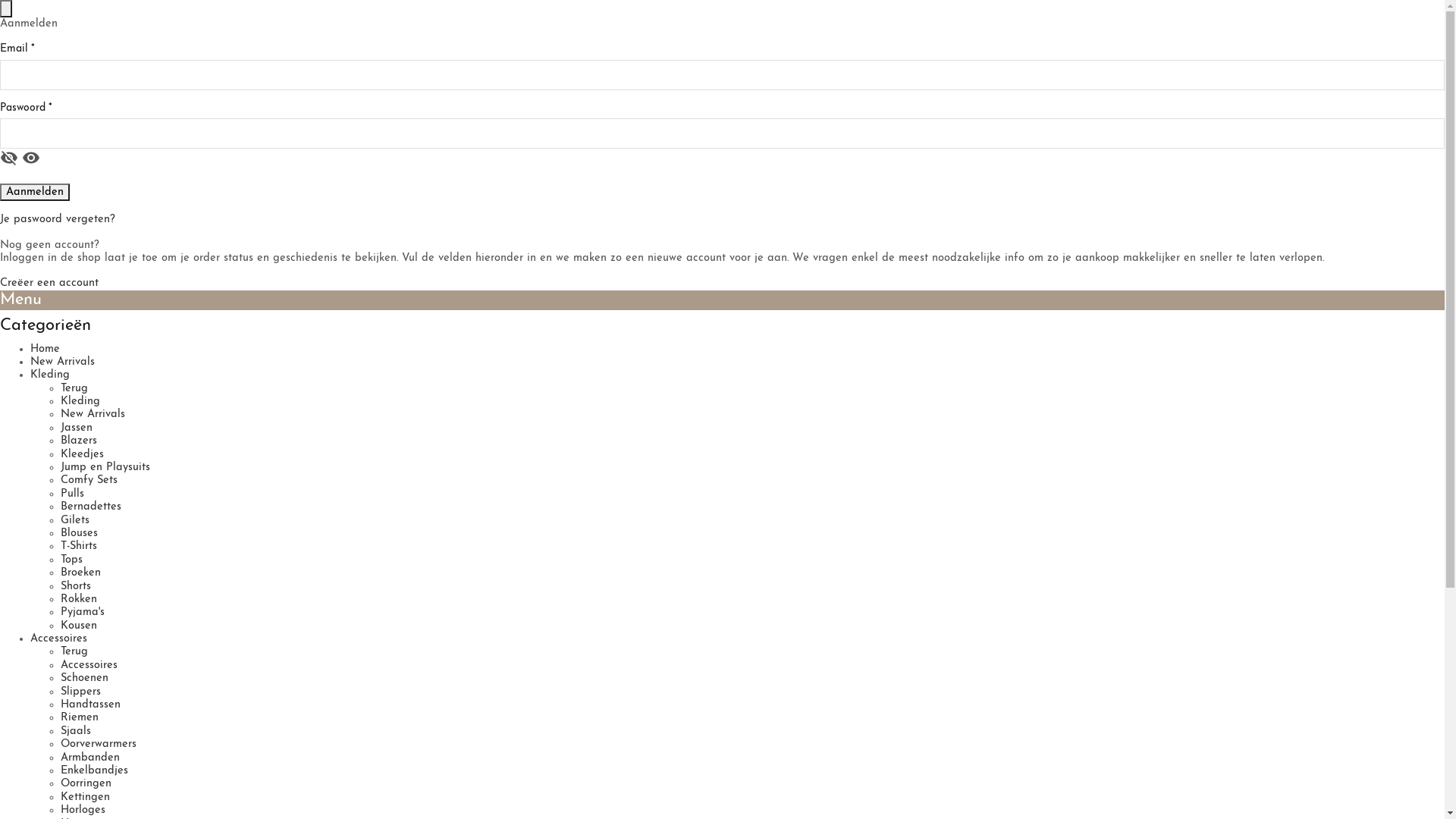 This screenshot has height=819, width=1456. I want to click on 'Schoenen', so click(83, 677).